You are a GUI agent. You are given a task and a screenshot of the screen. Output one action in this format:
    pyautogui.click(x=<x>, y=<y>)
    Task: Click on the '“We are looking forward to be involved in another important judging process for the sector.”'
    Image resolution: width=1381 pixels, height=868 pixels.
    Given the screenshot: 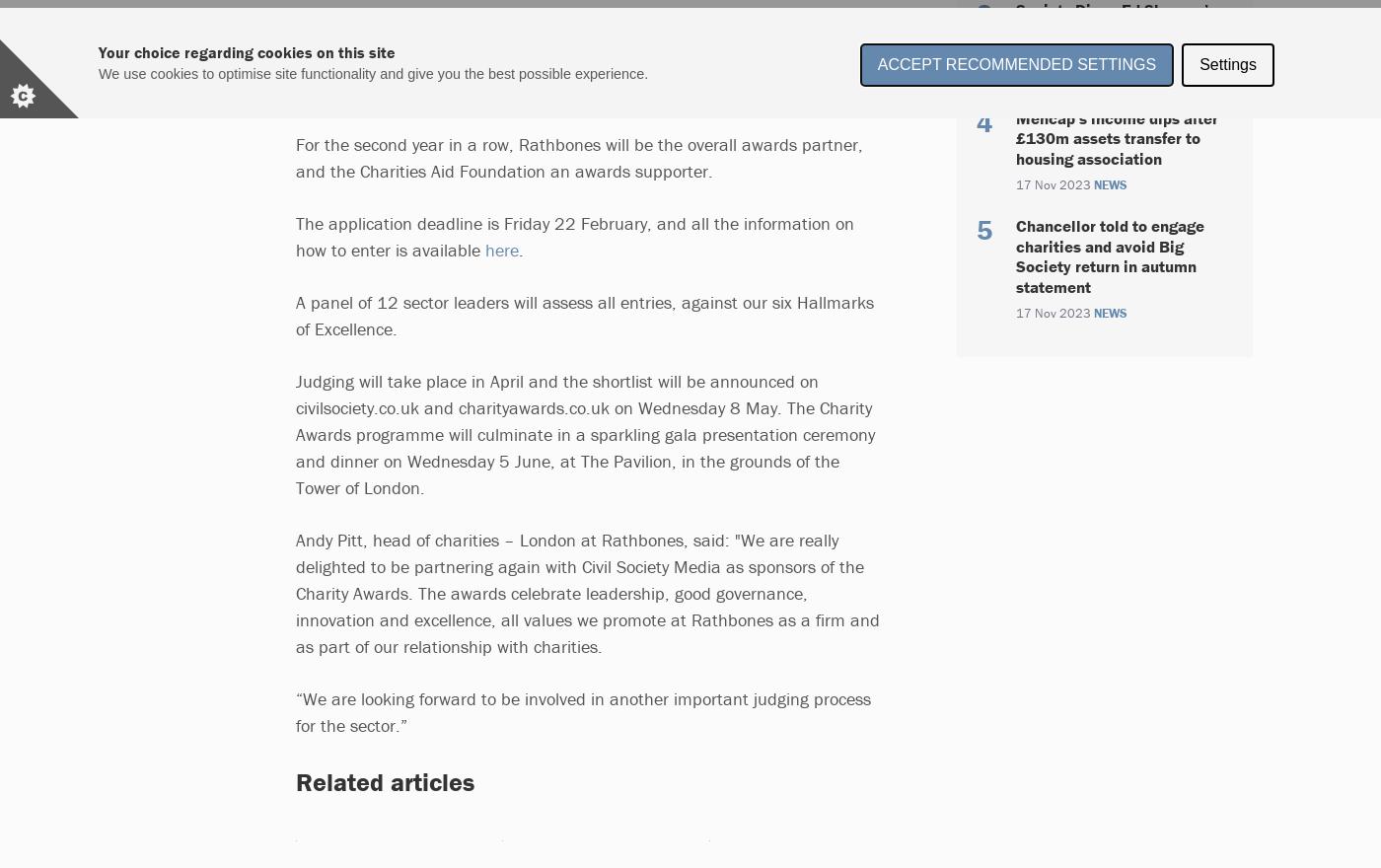 What is the action you would take?
    pyautogui.click(x=583, y=712)
    